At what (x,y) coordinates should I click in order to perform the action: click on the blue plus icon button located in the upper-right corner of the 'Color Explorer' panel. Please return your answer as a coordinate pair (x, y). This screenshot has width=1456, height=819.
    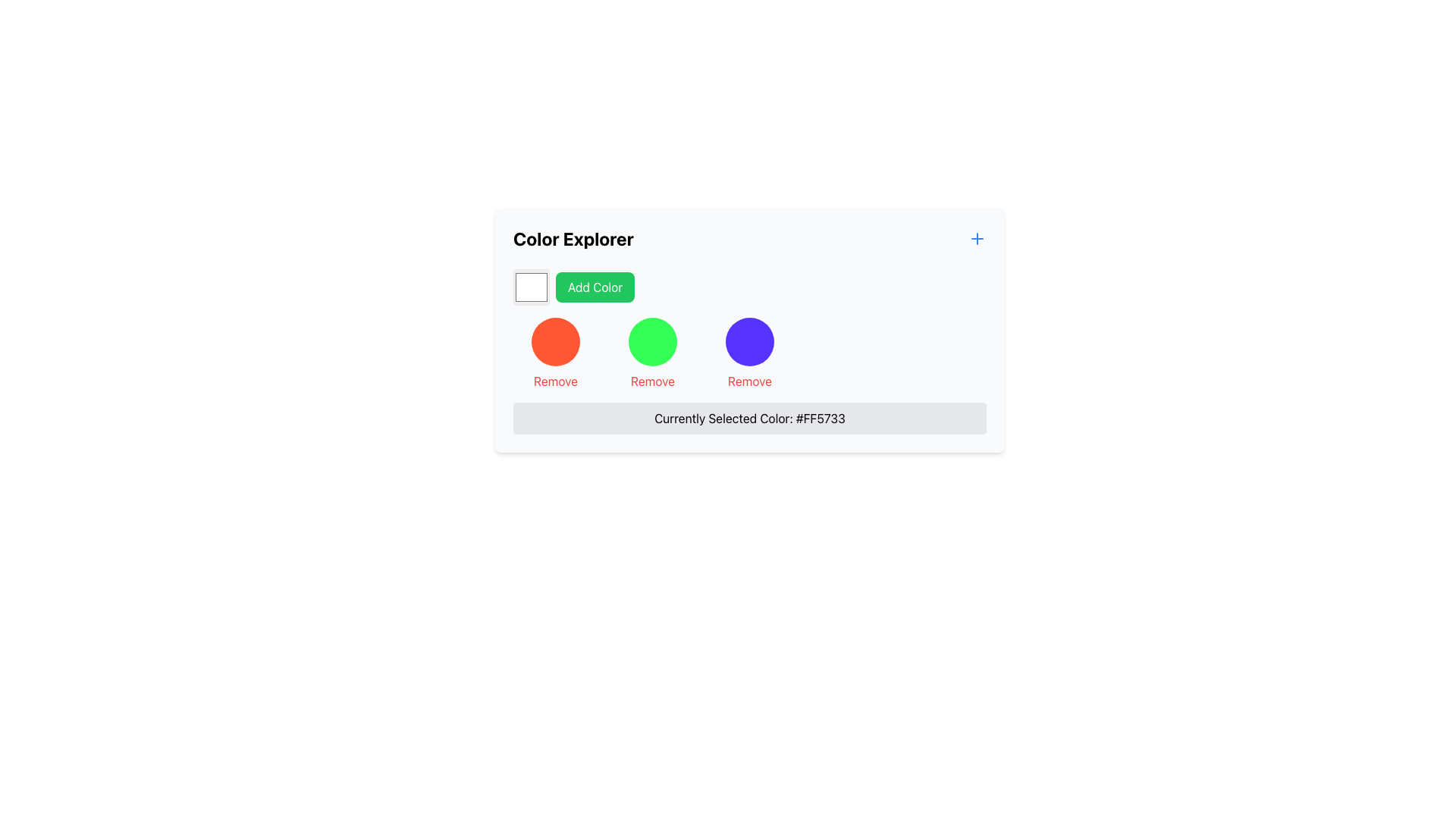
    Looking at the image, I should click on (977, 239).